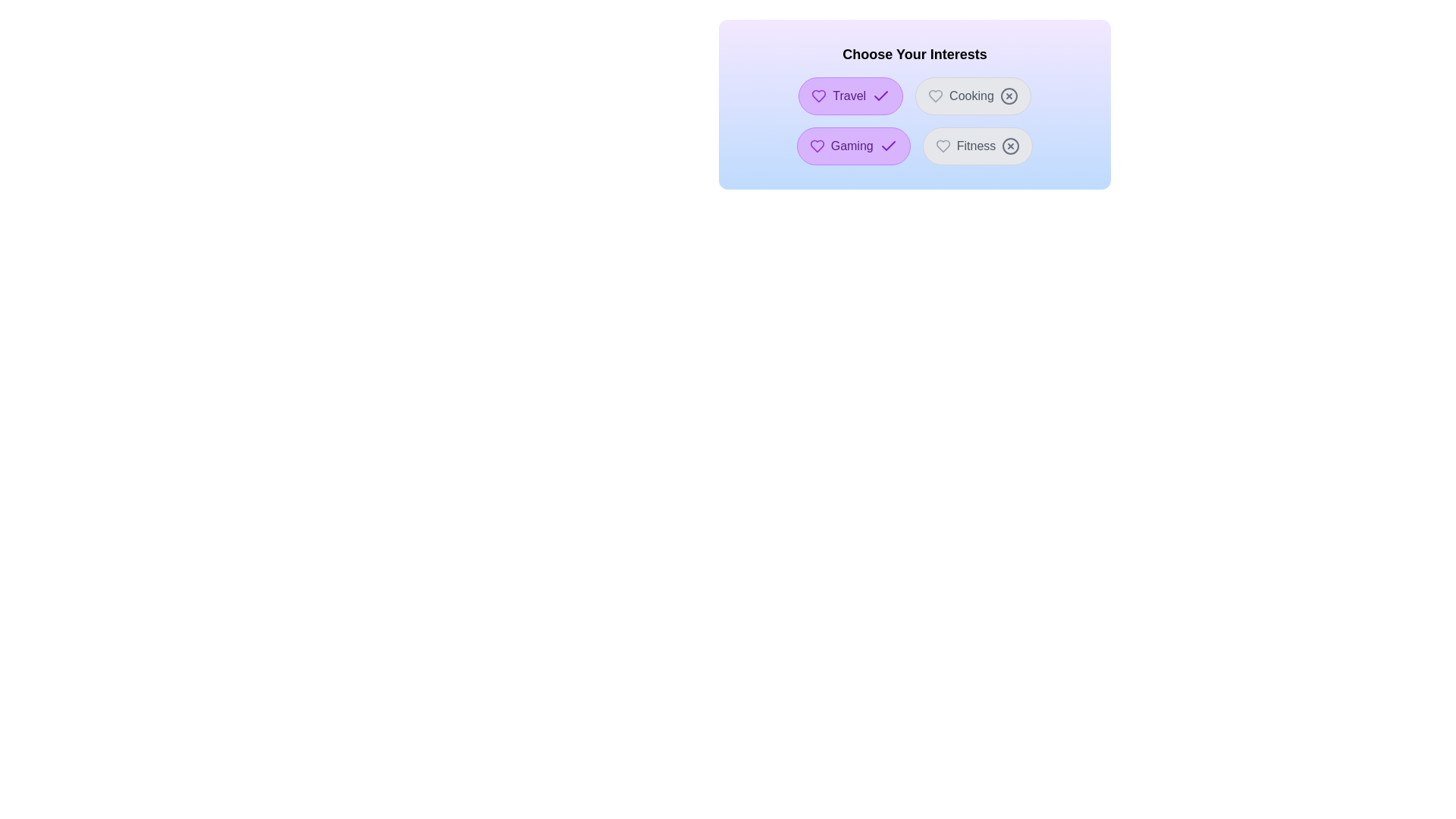  Describe the element at coordinates (972, 96) in the screenshot. I see `the interest Cooking by clicking its button` at that location.